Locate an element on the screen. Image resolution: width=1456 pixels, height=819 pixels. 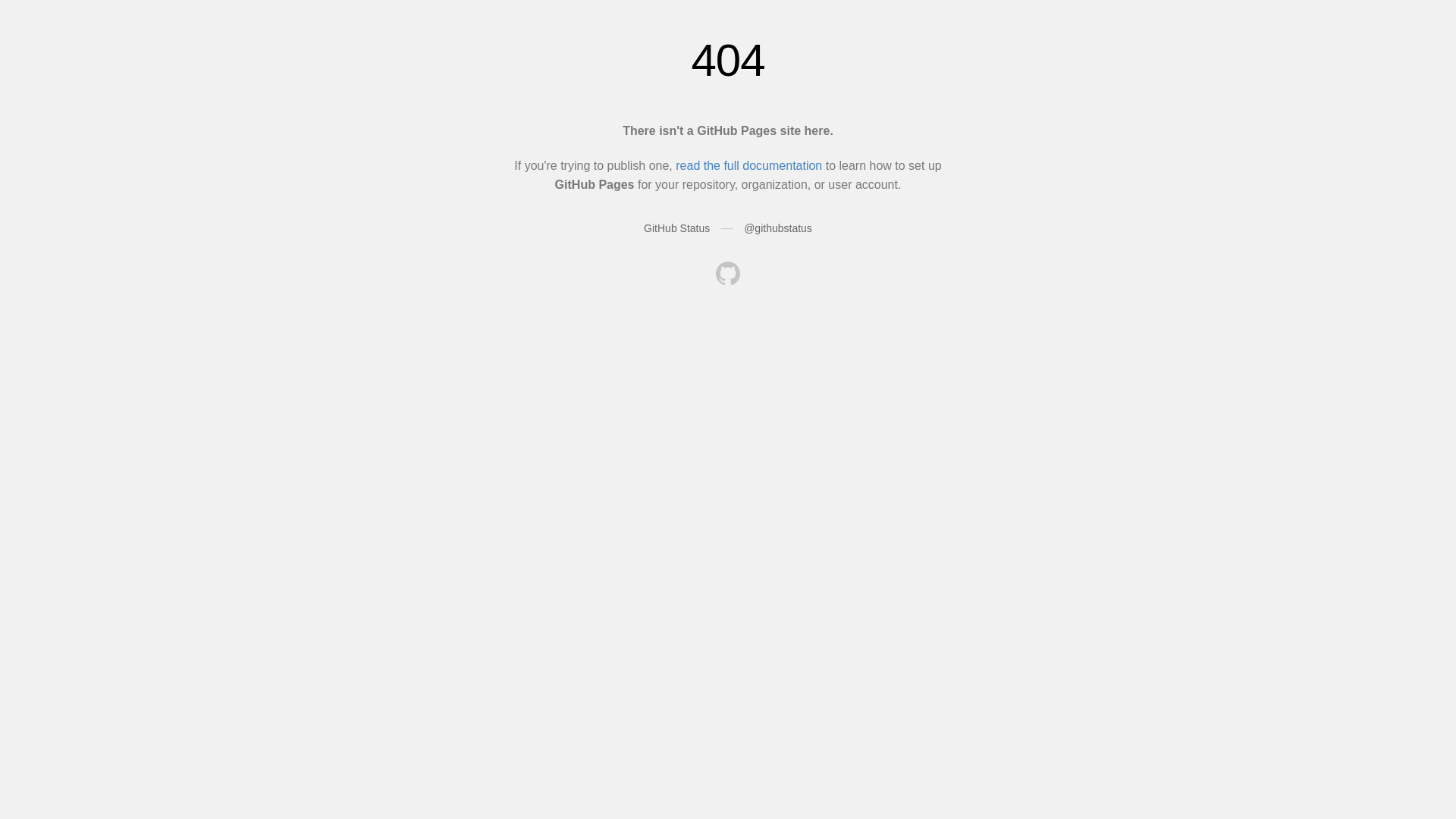
'read the full documentation' is located at coordinates (675, 165).